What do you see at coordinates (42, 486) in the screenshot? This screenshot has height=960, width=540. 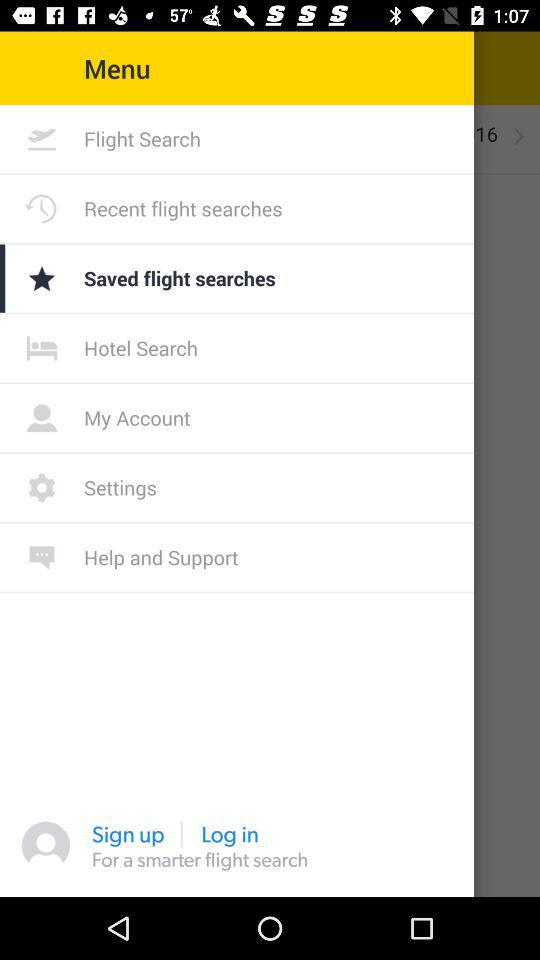 I see `icon left to settings` at bounding box center [42, 486].